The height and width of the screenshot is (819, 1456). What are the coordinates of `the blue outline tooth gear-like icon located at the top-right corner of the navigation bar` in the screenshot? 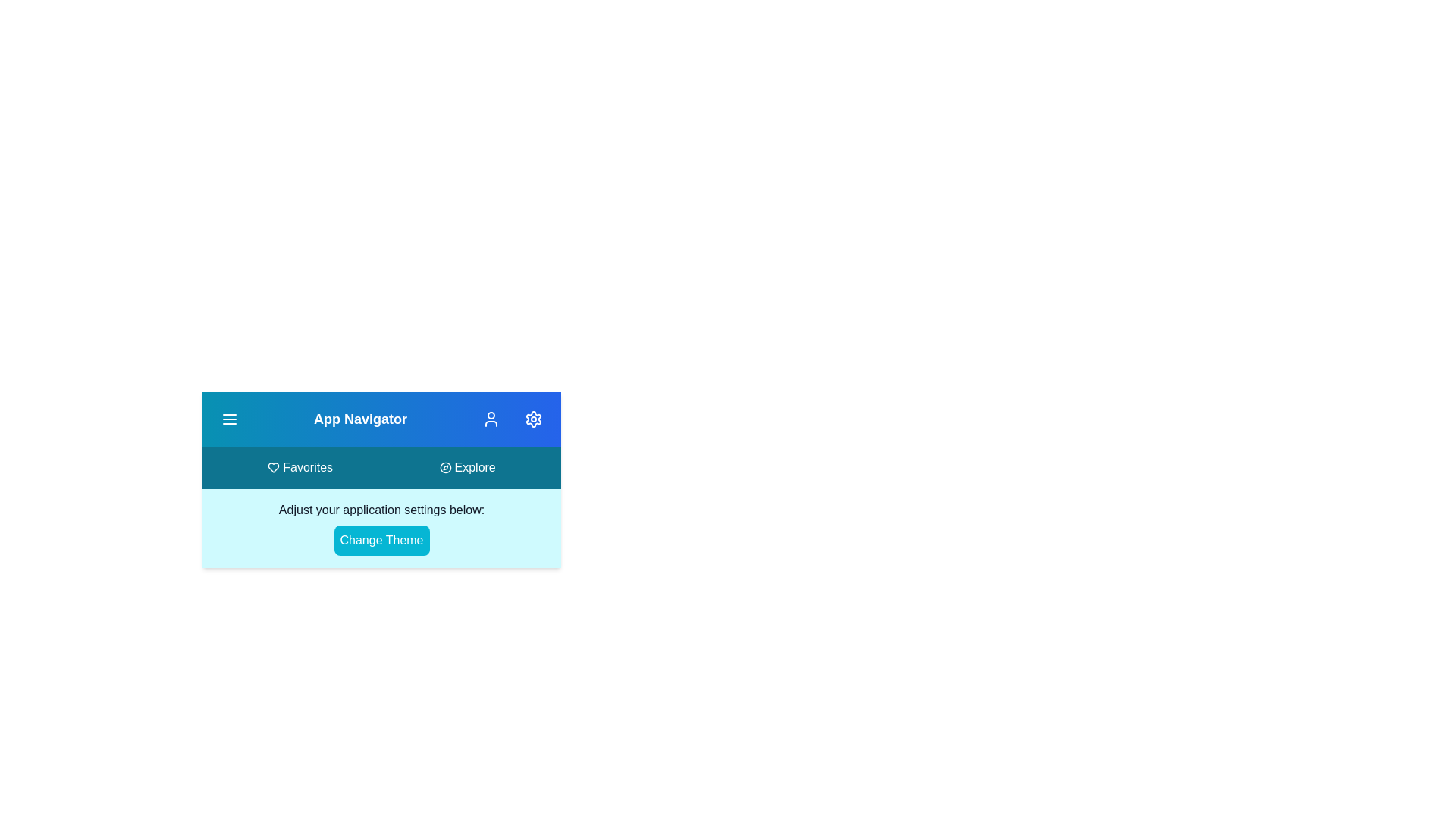 It's located at (534, 419).